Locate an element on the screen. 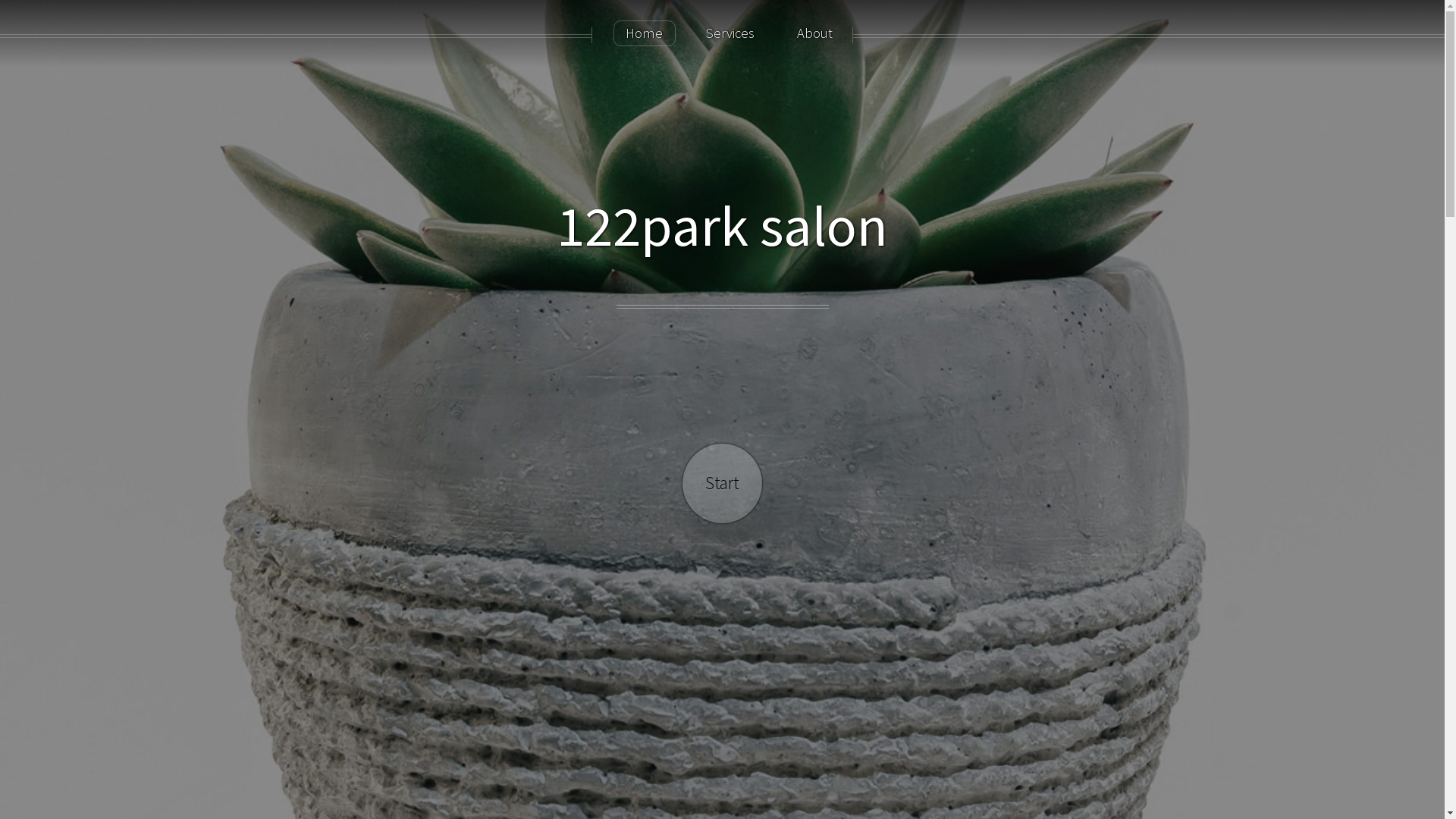  'Start' is located at coordinates (682, 483).